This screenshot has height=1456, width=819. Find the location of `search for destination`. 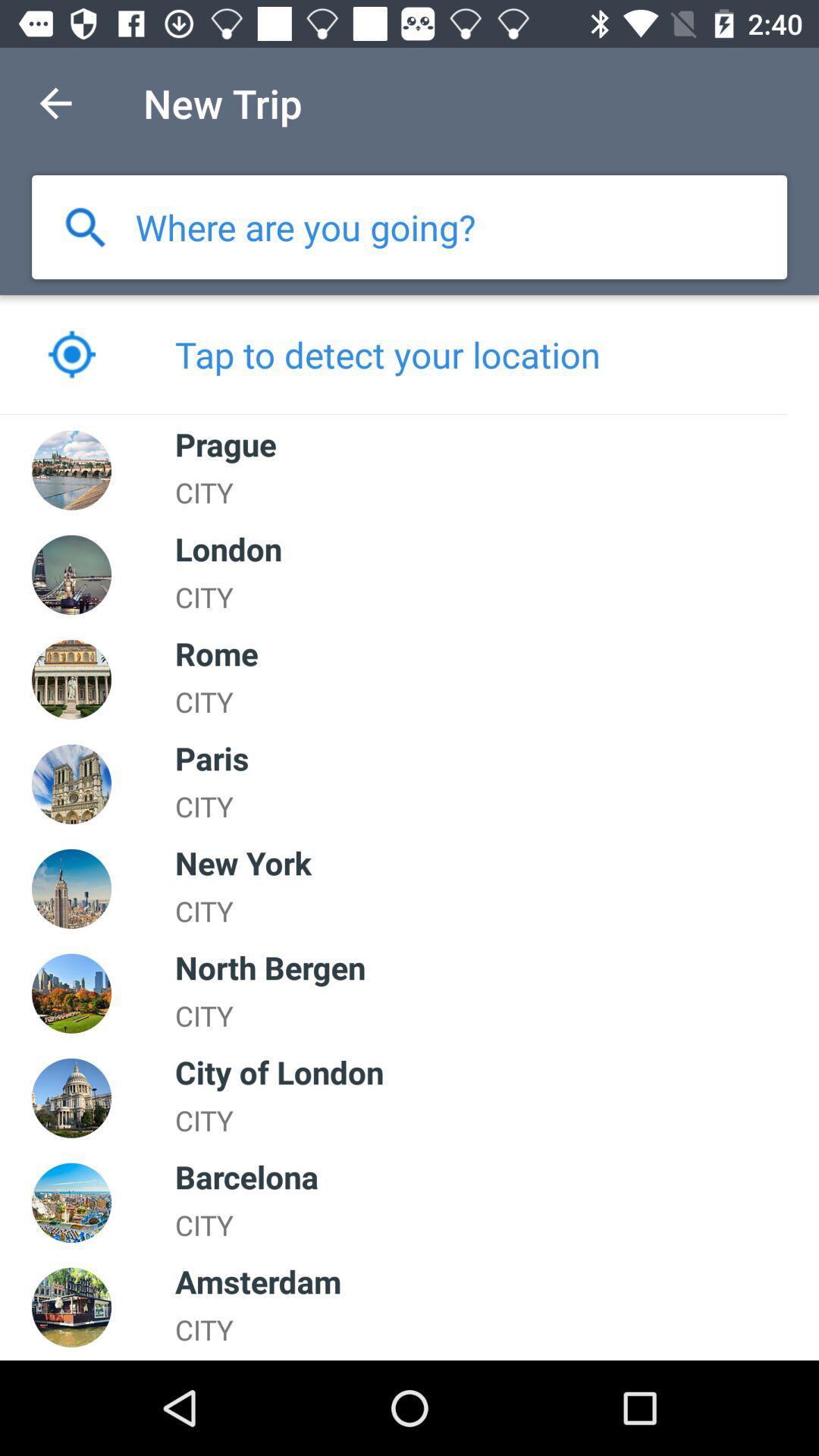

search for destination is located at coordinates (306, 226).